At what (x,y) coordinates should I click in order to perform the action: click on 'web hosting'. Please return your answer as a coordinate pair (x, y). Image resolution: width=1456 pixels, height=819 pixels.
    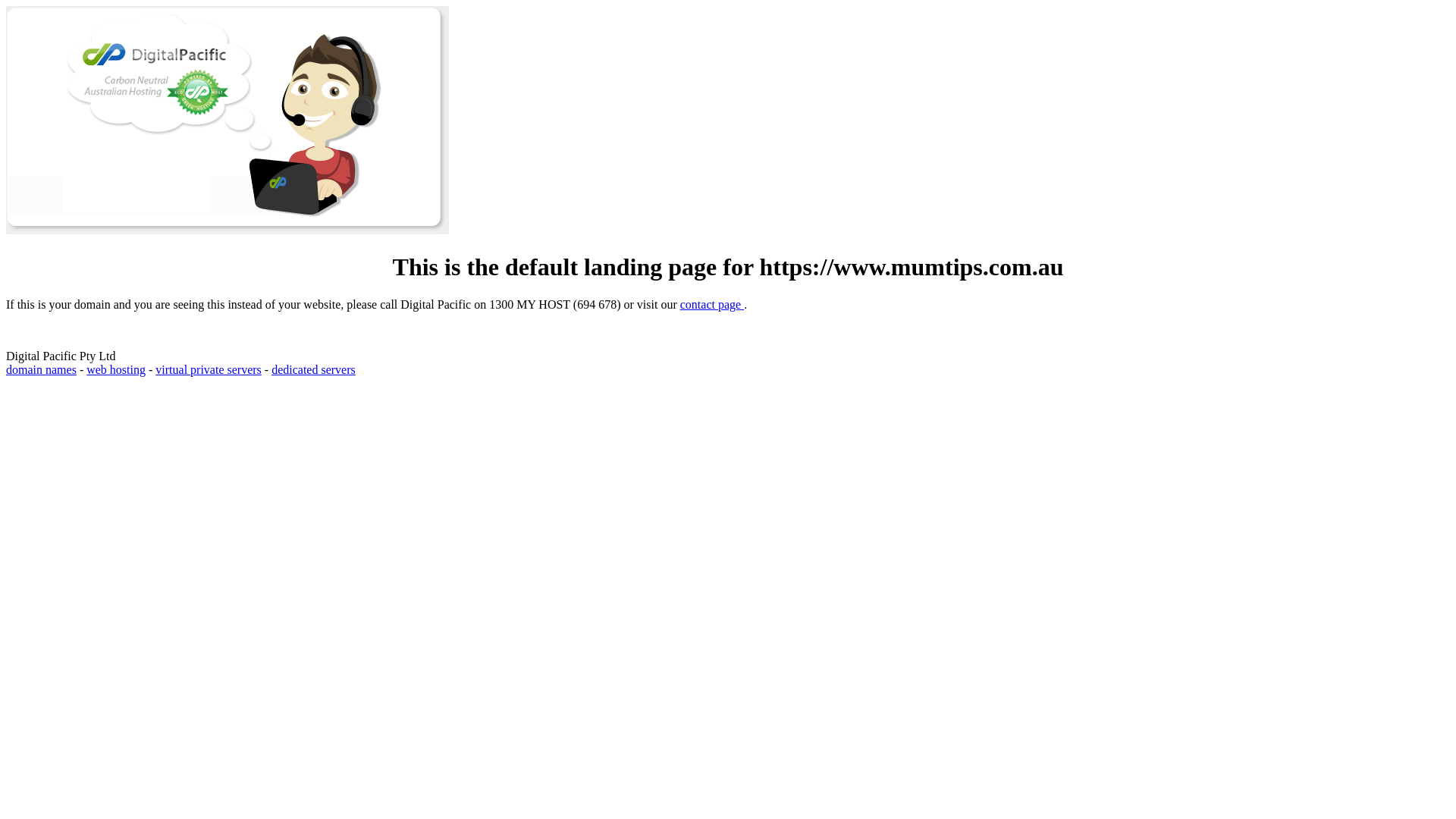
    Looking at the image, I should click on (86, 369).